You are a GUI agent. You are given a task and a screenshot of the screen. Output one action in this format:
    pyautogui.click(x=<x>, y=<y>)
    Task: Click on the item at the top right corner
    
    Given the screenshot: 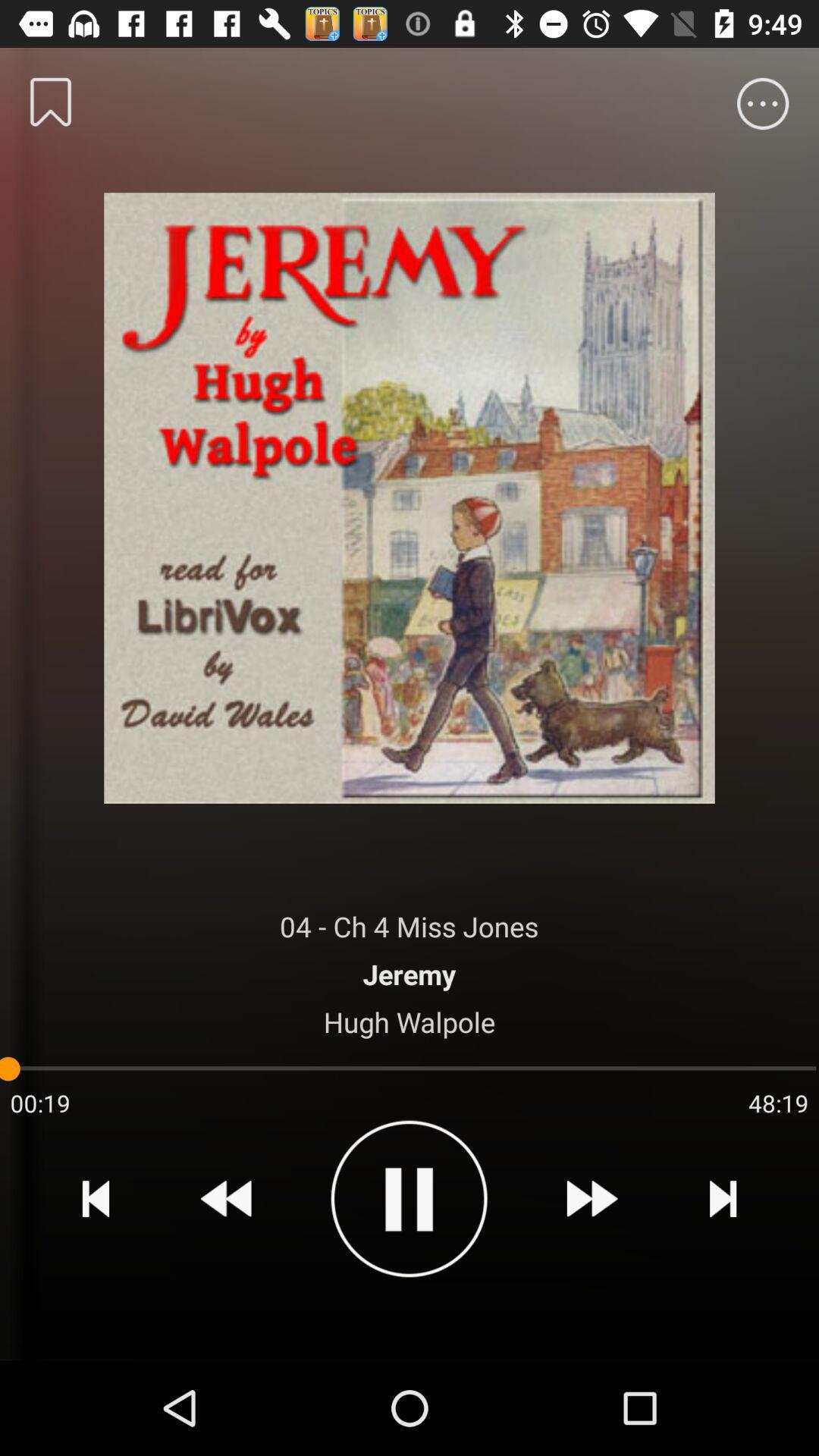 What is the action you would take?
    pyautogui.click(x=763, y=102)
    